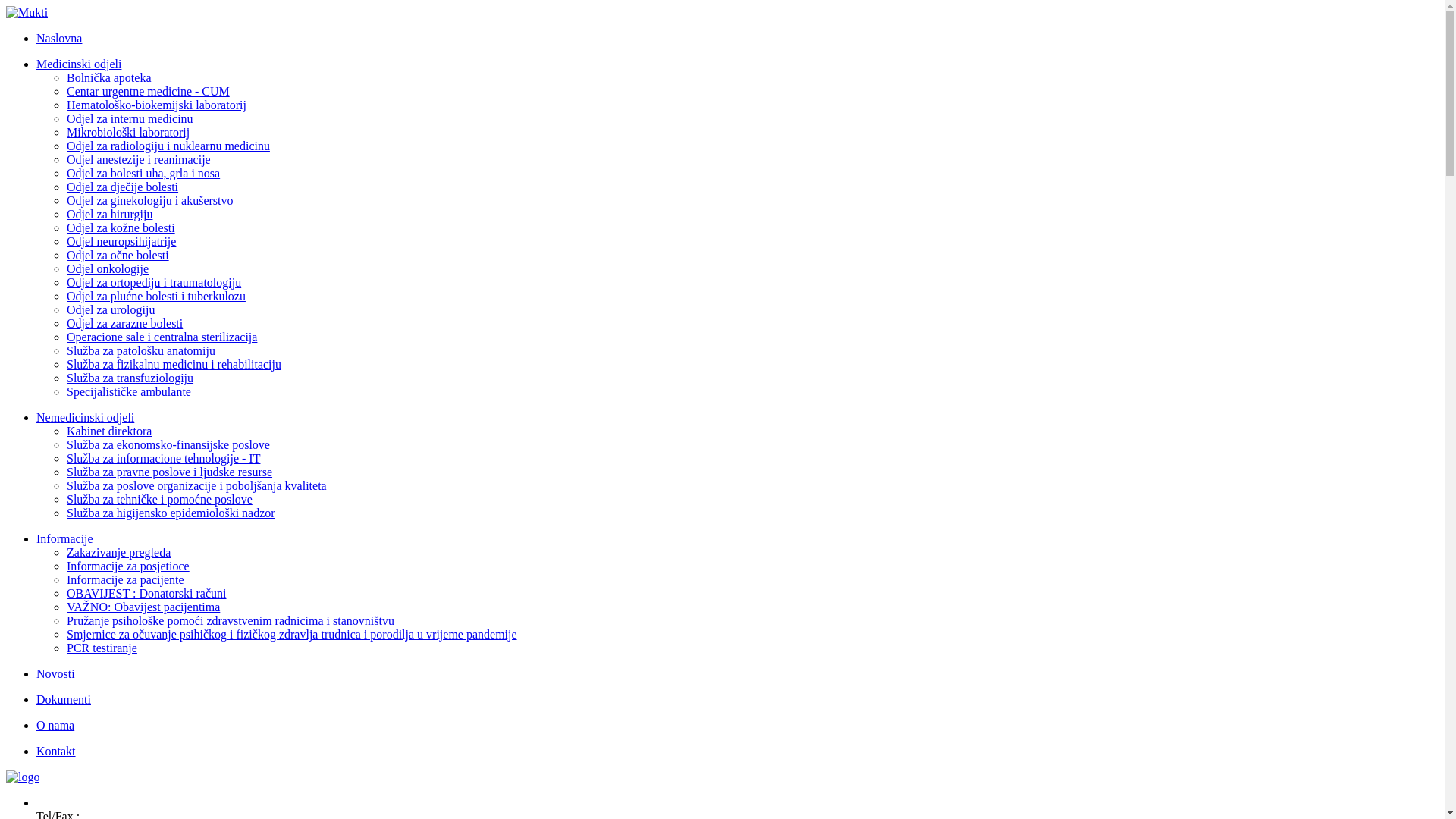  Describe the element at coordinates (138, 159) in the screenshot. I see `'Odjel anestezije i reanimacije'` at that location.